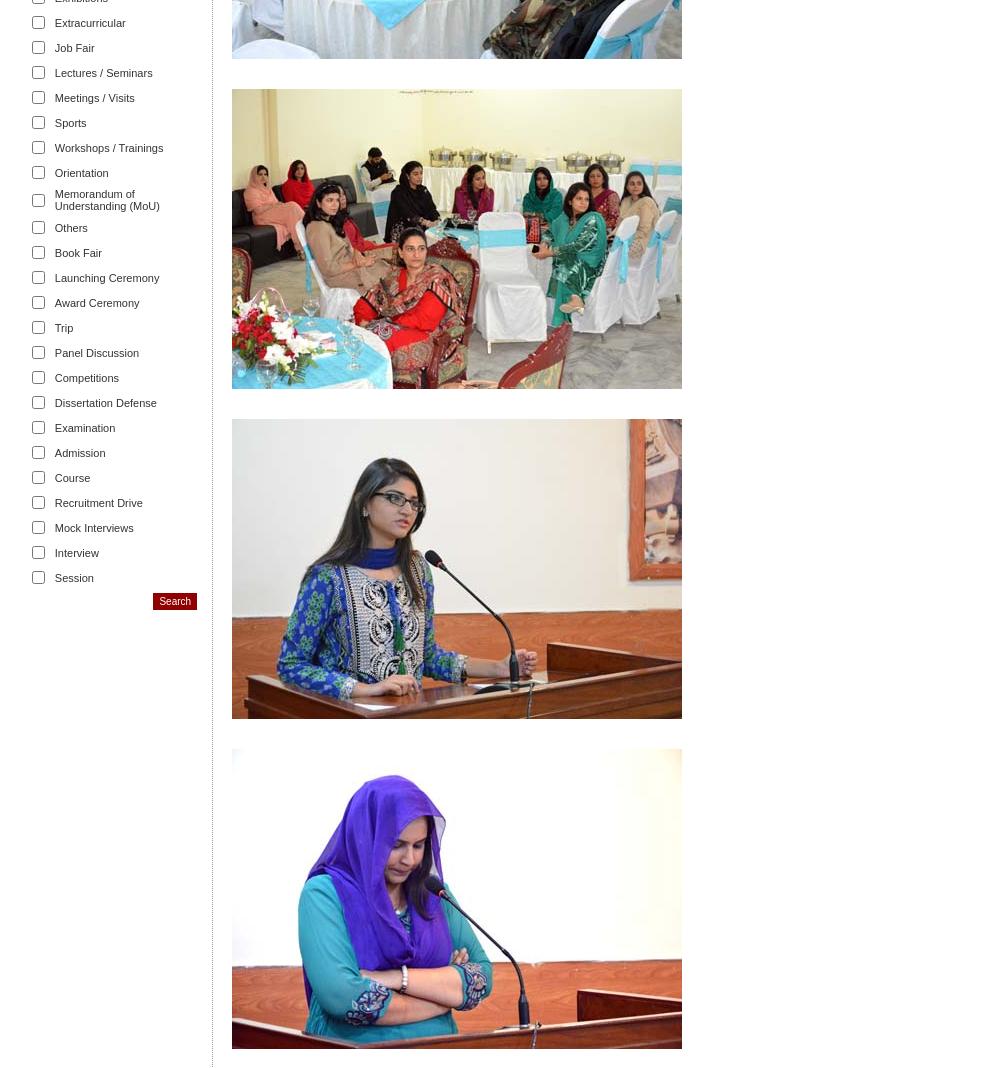 The height and width of the screenshot is (1068, 1000). What do you see at coordinates (76, 252) in the screenshot?
I see `'Book Fair'` at bounding box center [76, 252].